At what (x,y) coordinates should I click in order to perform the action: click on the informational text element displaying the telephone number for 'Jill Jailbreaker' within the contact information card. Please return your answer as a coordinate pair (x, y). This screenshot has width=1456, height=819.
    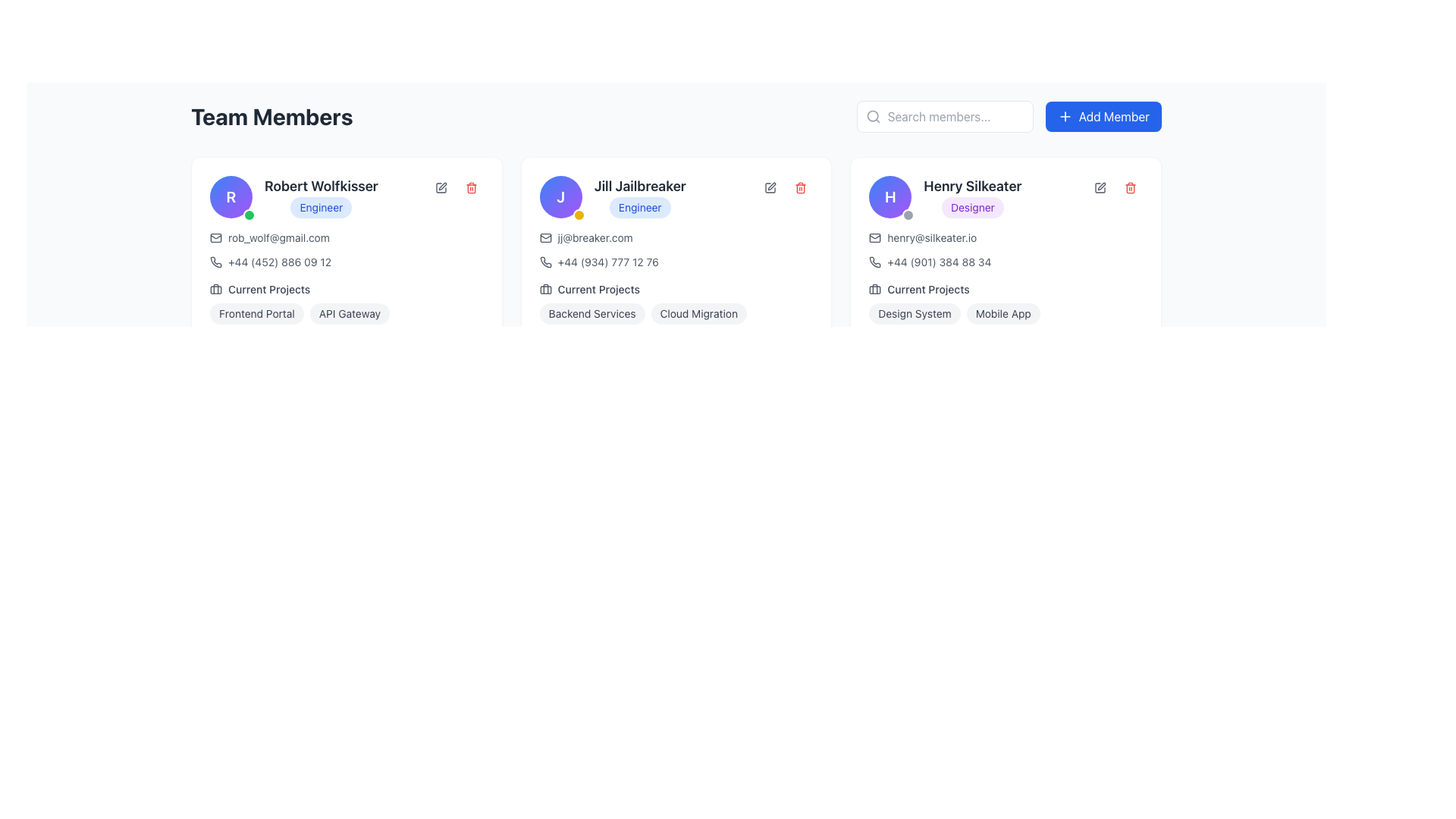
    Looking at the image, I should click on (608, 262).